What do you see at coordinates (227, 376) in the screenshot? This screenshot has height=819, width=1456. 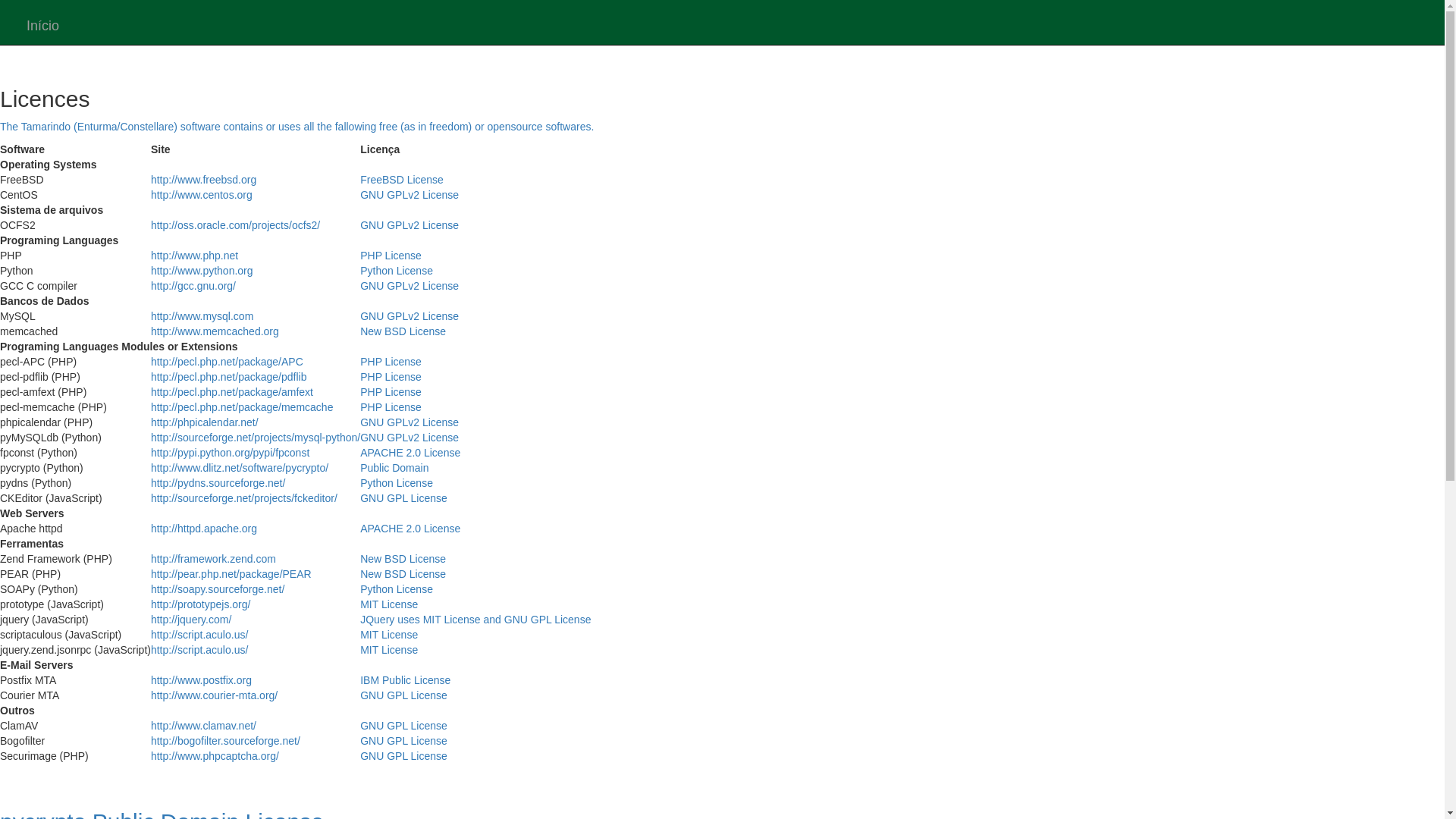 I see `'http://pecl.php.net/package/pdflib'` at bounding box center [227, 376].